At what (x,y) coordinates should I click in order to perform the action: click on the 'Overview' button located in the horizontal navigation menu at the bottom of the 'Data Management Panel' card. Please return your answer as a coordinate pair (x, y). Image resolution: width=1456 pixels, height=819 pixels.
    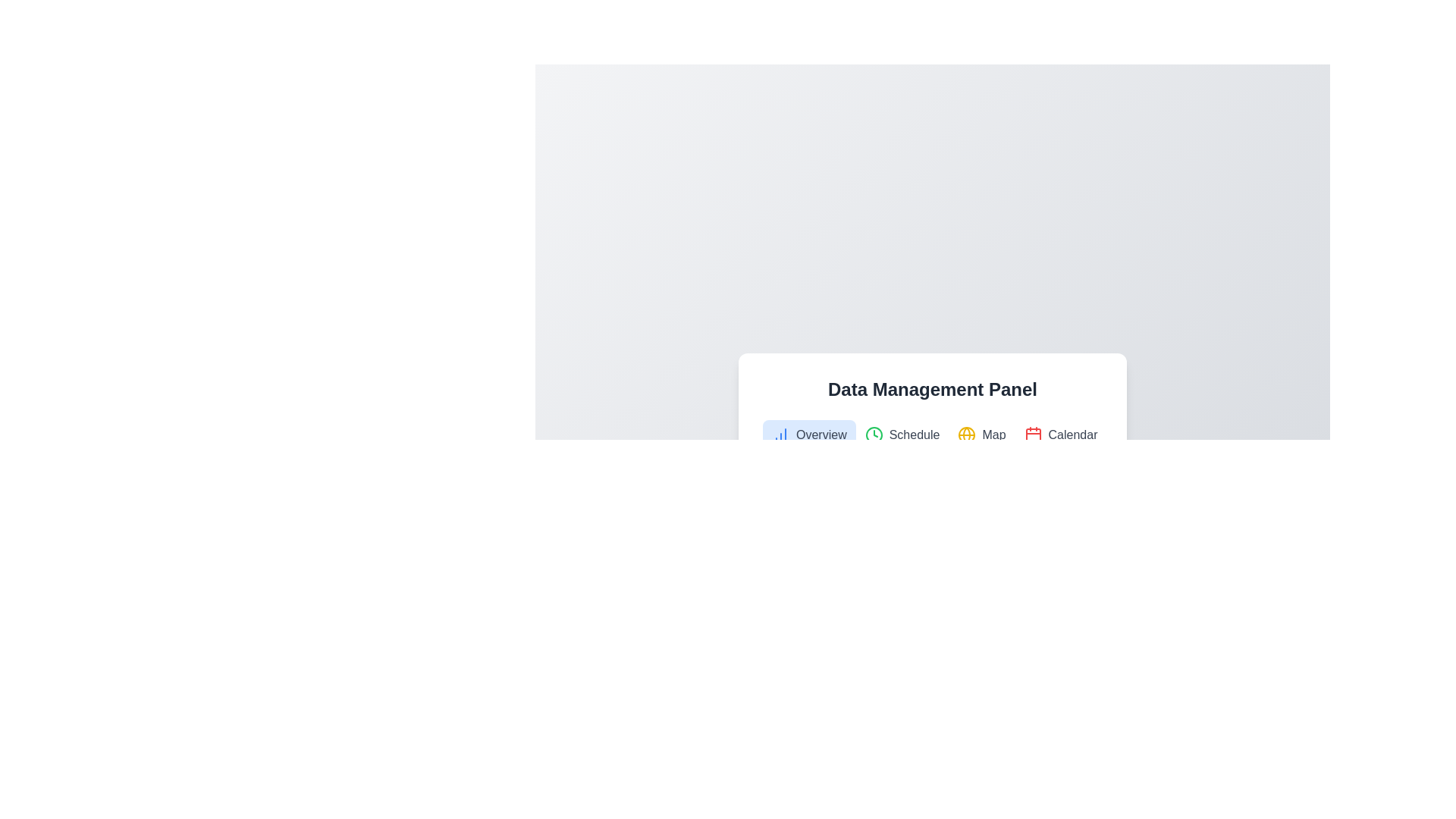
    Looking at the image, I should click on (808, 435).